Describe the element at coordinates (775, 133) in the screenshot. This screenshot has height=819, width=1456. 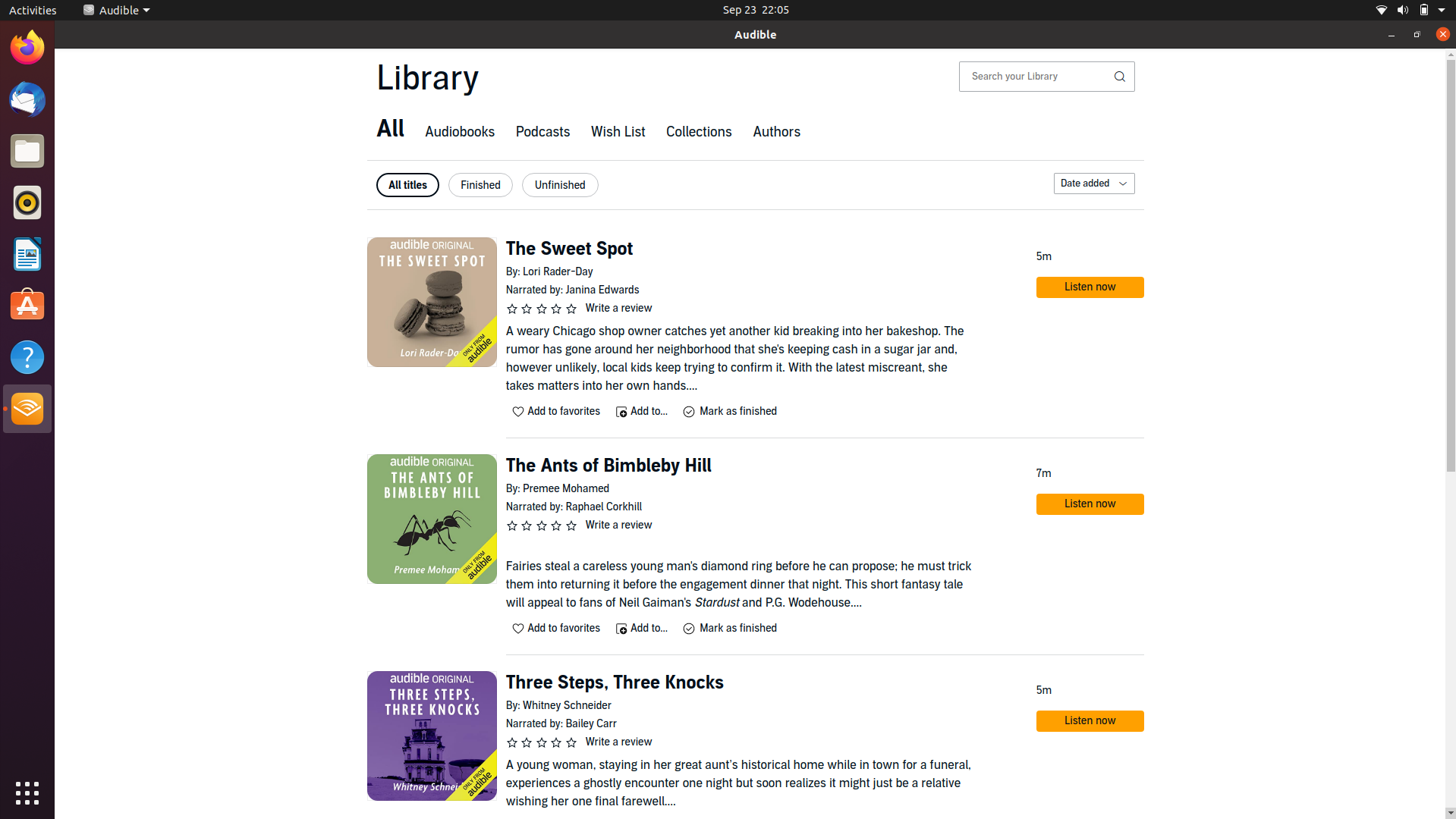
I see `"Authors" tab` at that location.